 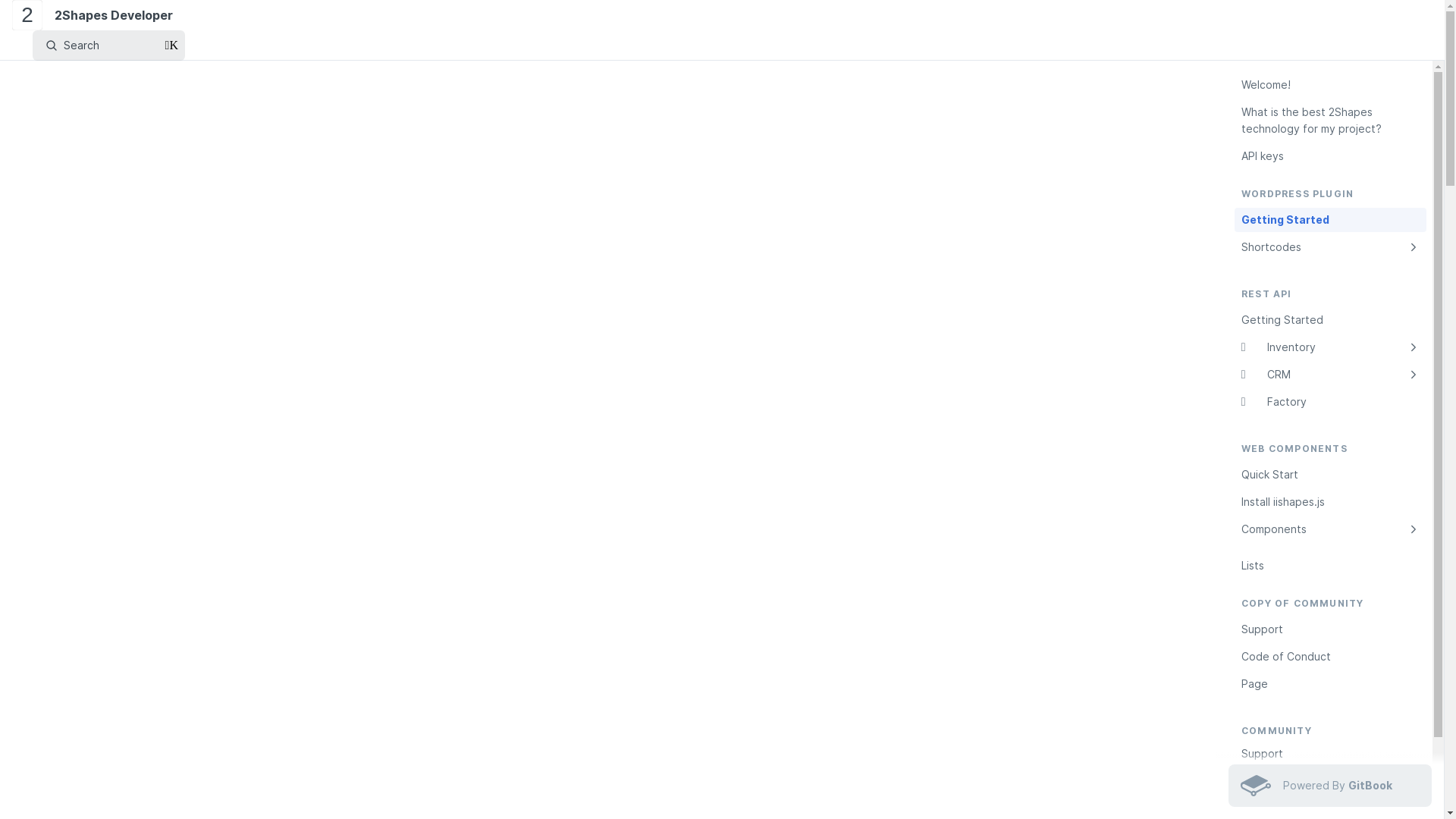 I want to click on 'Shortcodes', so click(x=1329, y=246).